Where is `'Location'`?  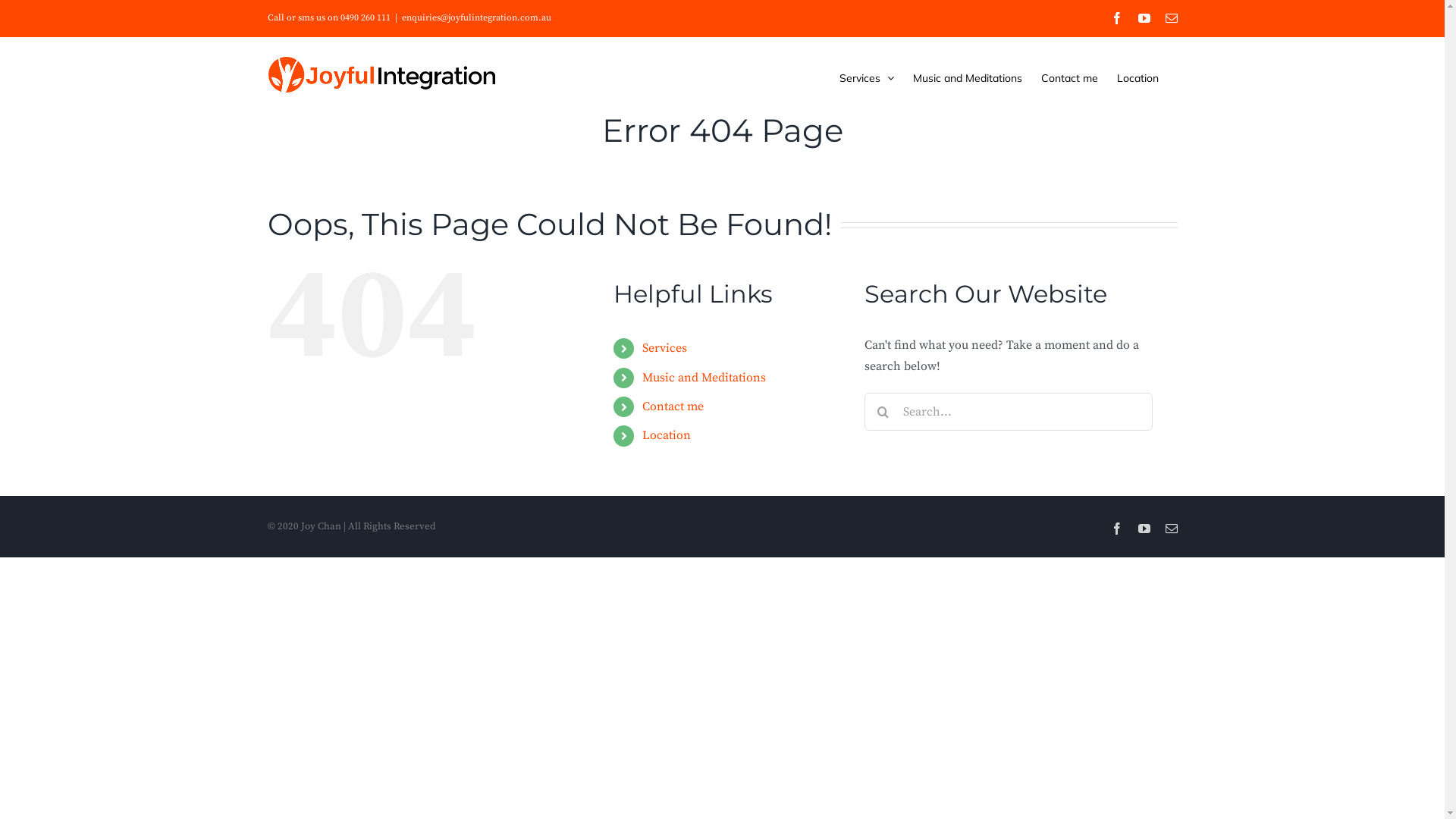
'Location' is located at coordinates (1116, 77).